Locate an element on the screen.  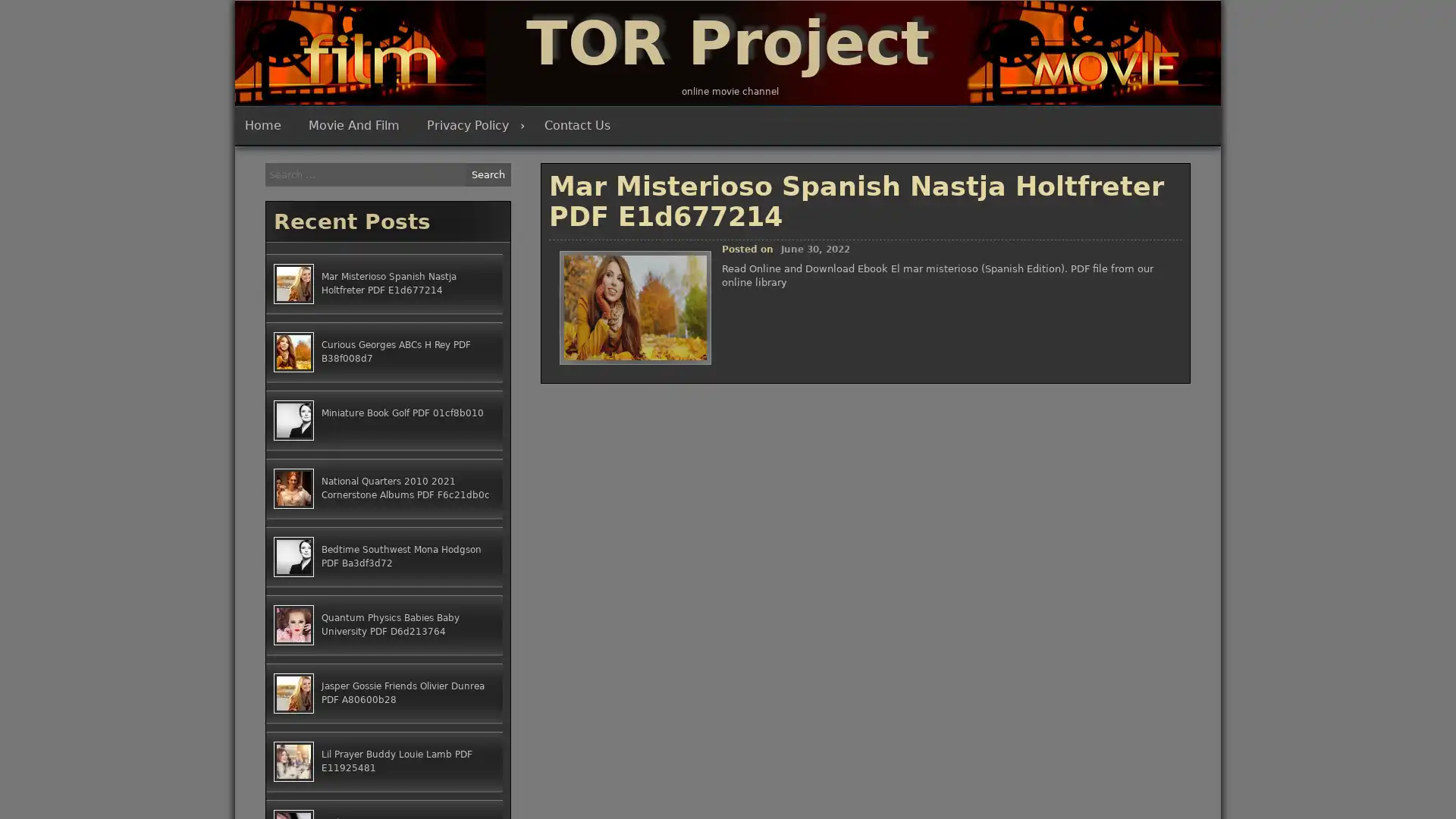
Search is located at coordinates (488, 174).